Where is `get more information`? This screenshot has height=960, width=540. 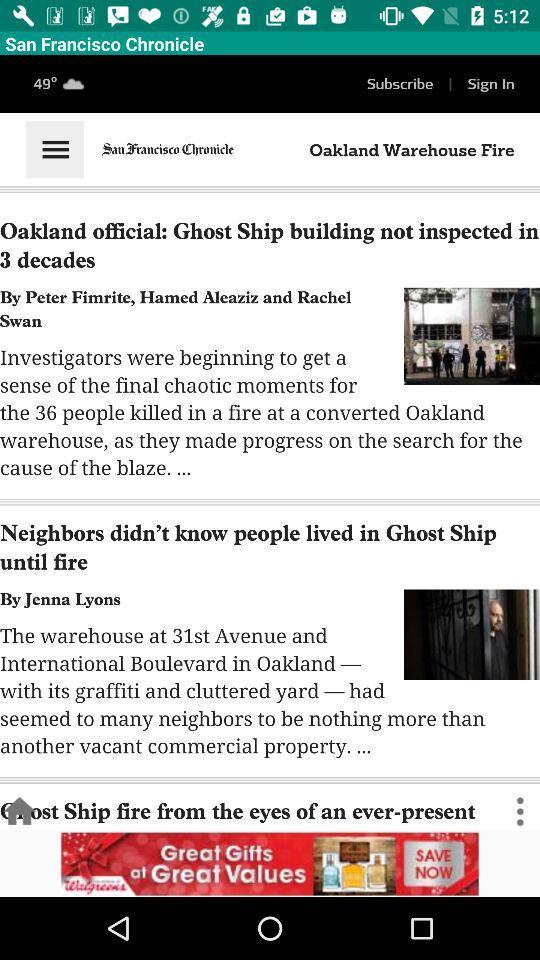
get more information is located at coordinates (270, 863).